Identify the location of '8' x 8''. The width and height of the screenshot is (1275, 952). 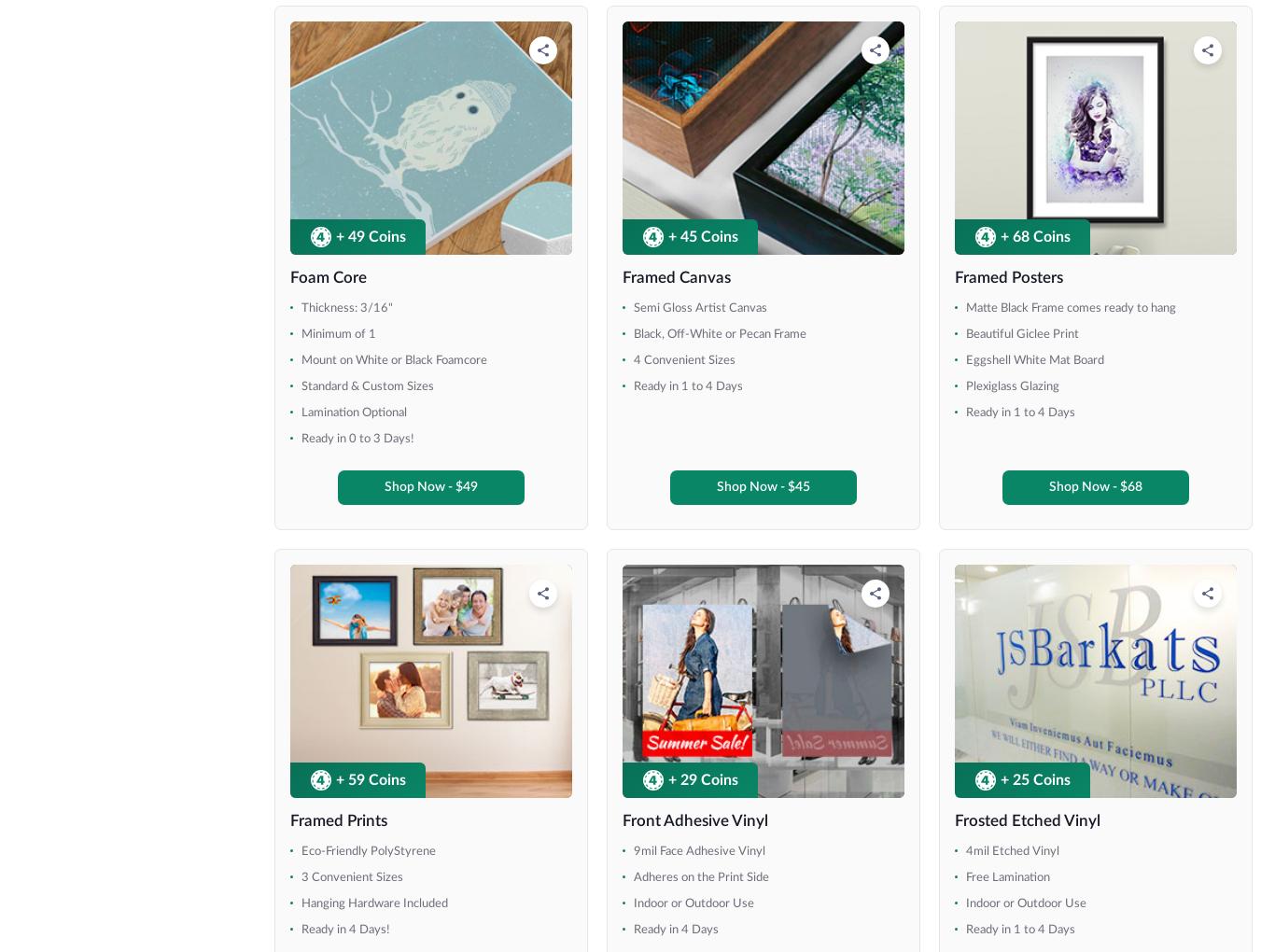
(67, 115).